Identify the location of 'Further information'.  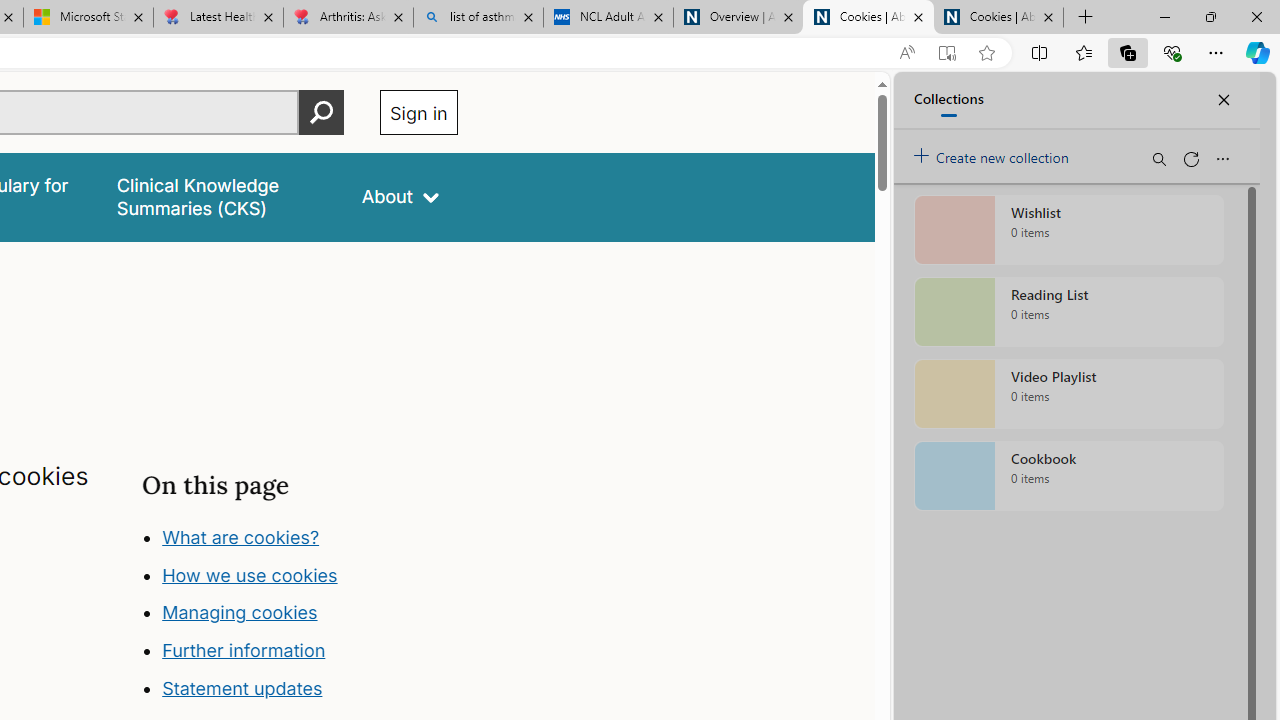
(243, 650).